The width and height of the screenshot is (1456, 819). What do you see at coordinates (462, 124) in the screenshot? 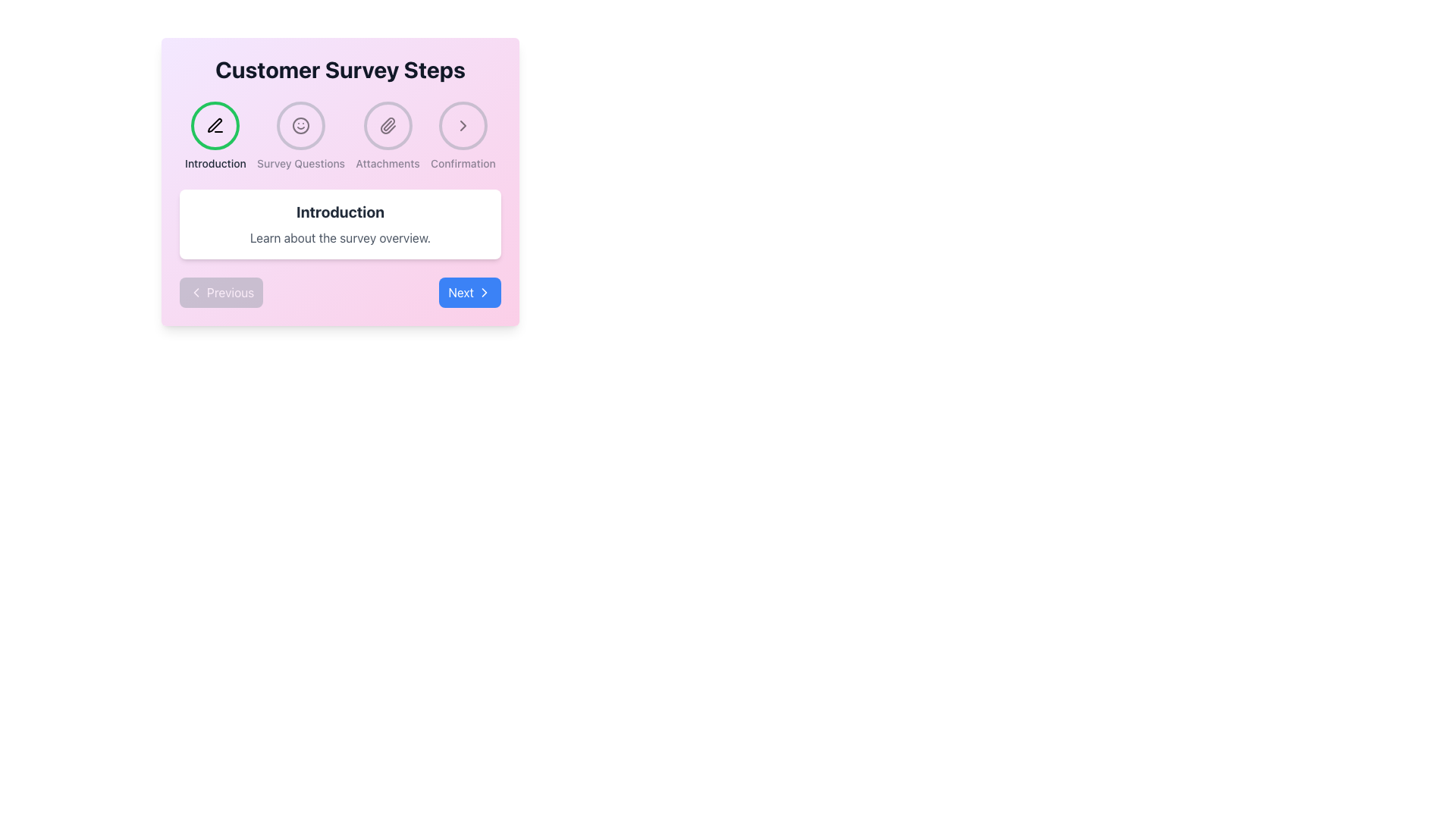
I see `the 'Confirmation' step indicator button in the survey wizard navigation, located at the rightmost side of the top navigation steps` at bounding box center [462, 124].